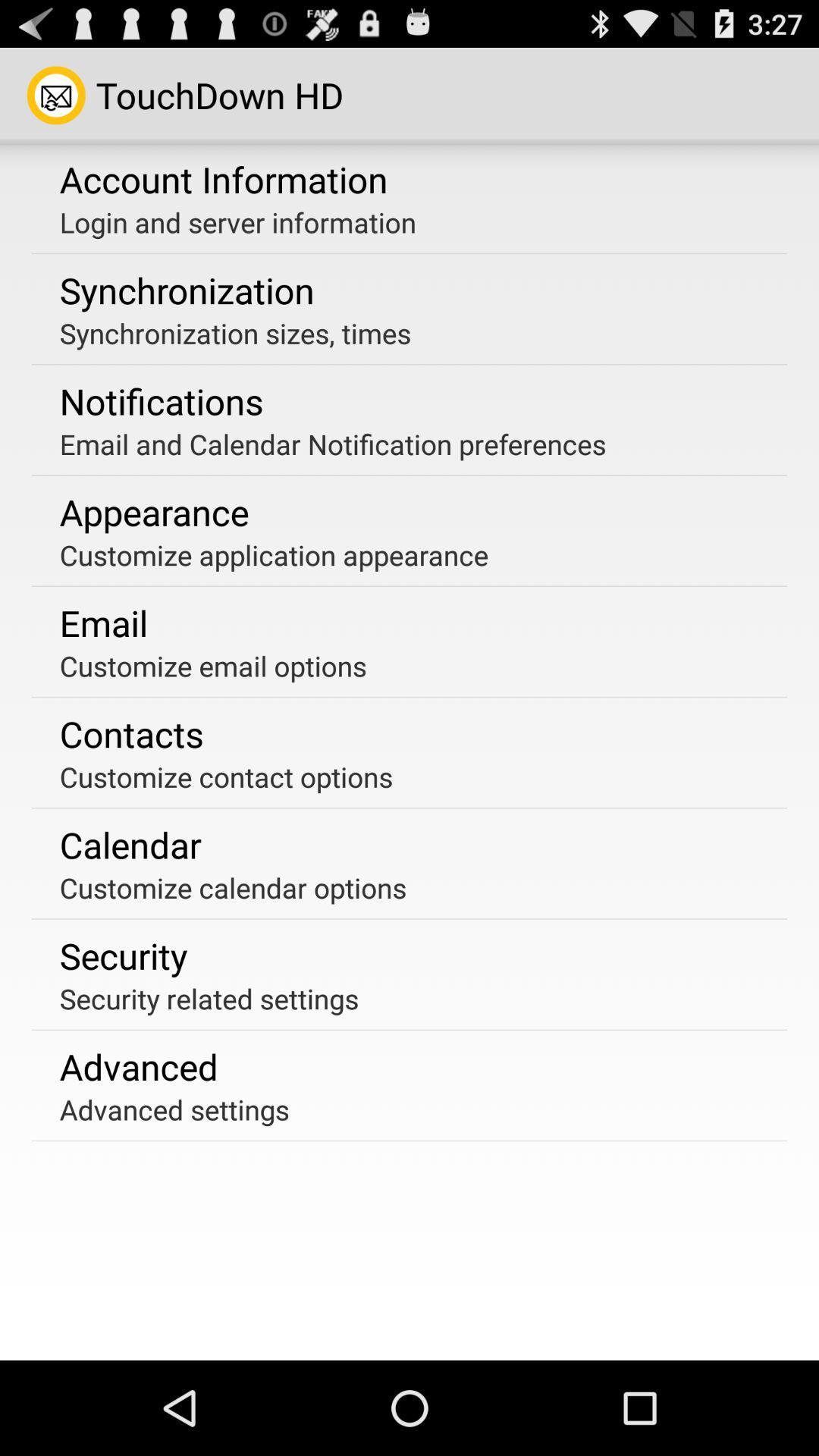 The height and width of the screenshot is (1456, 819). What do you see at coordinates (174, 1109) in the screenshot?
I see `item below advanced icon` at bounding box center [174, 1109].